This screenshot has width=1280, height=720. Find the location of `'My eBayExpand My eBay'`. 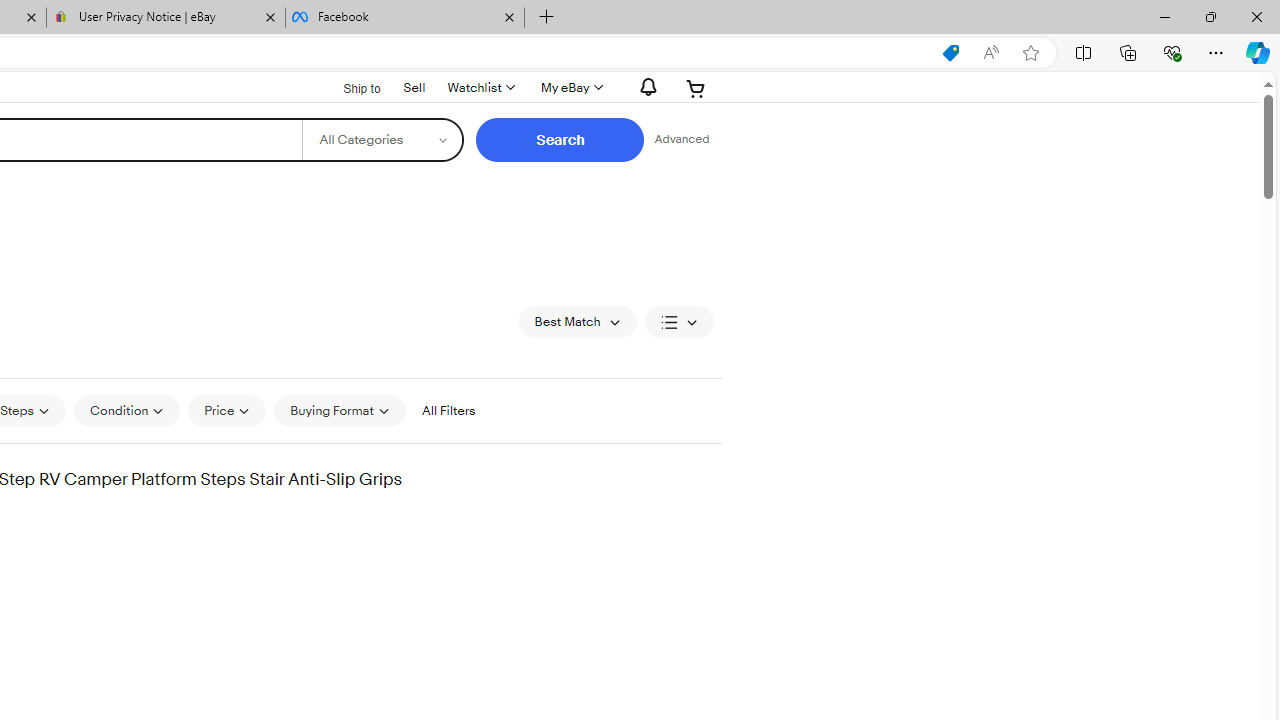

'My eBayExpand My eBay' is located at coordinates (569, 87).